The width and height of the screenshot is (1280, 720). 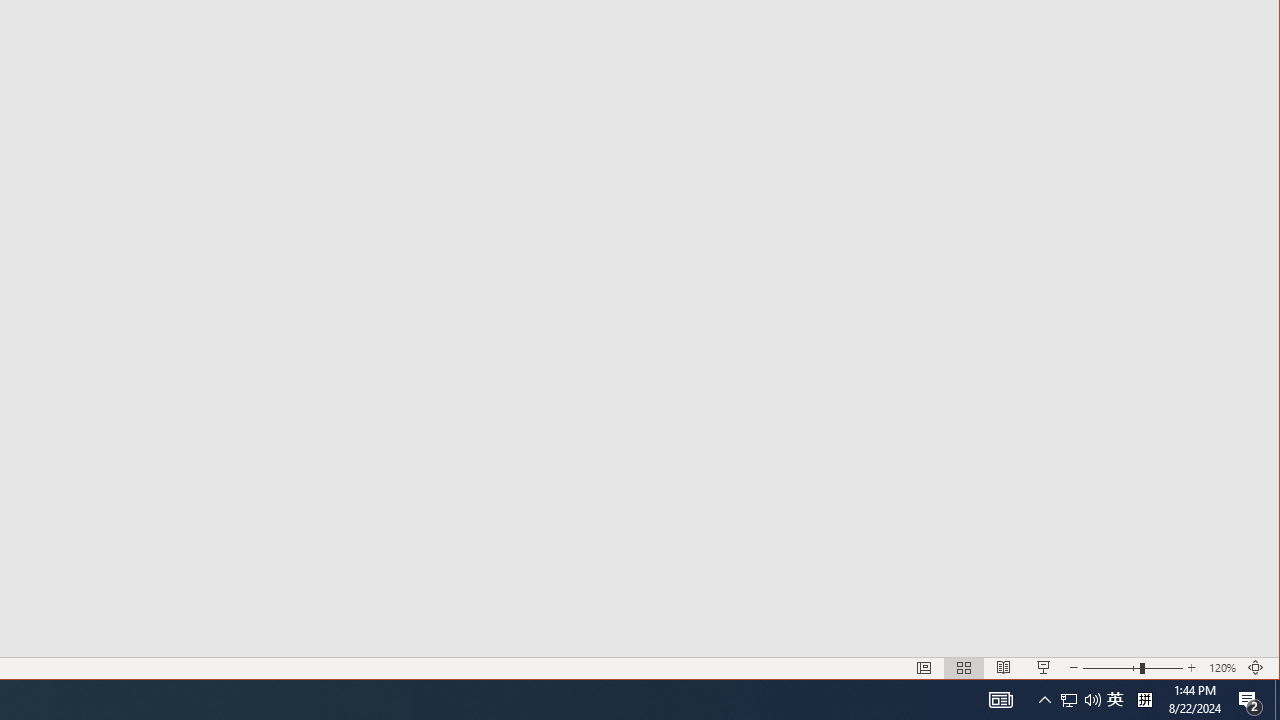 What do you see at coordinates (1250, 698) in the screenshot?
I see `'Action Center, 2 new notifications'` at bounding box center [1250, 698].